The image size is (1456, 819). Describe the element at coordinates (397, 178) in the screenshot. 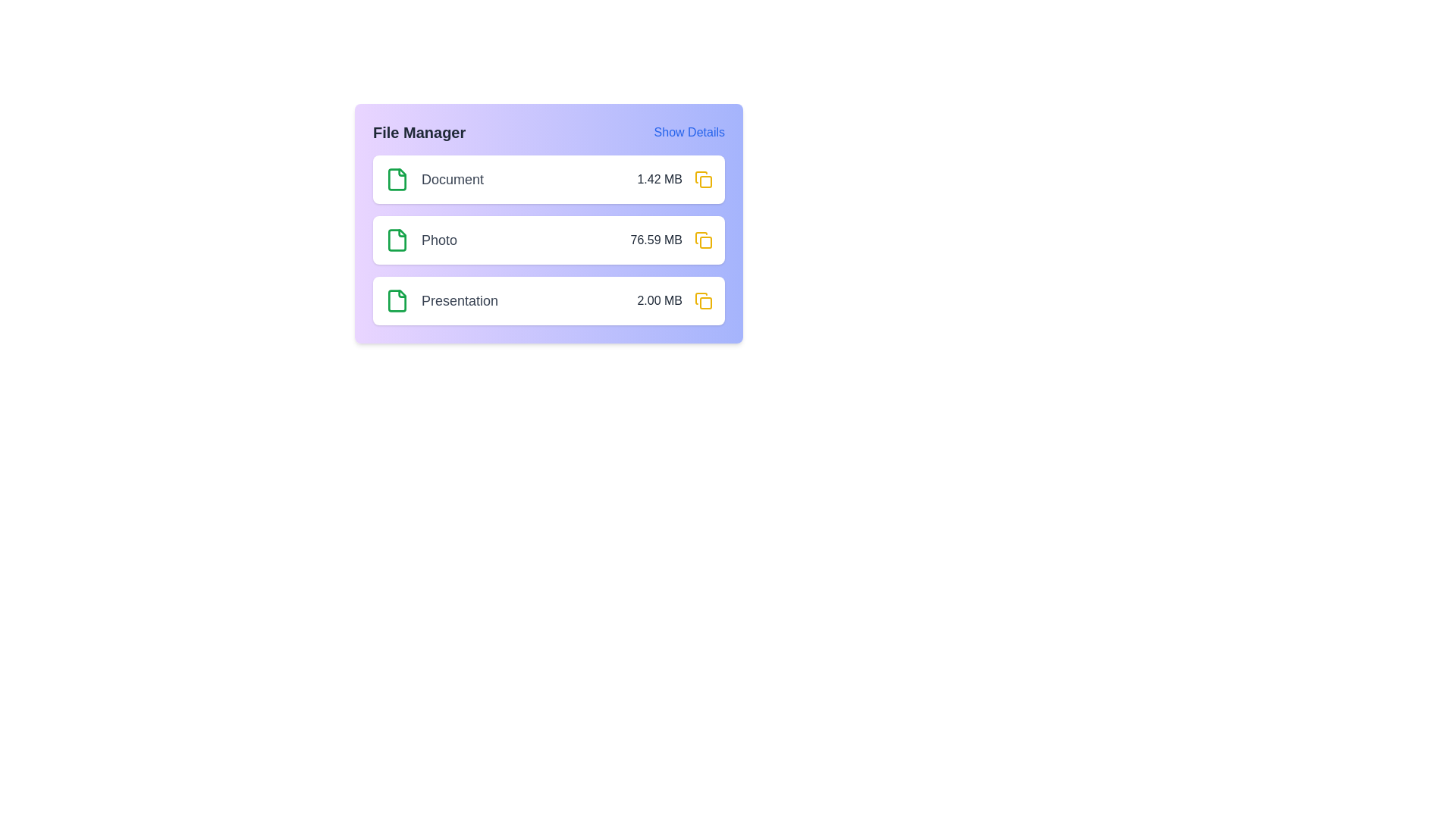

I see `the document file icon located at the leftmost part of the 'Document' row in the file manager area, which is positioned above the file size information '1.42 MB'` at that location.